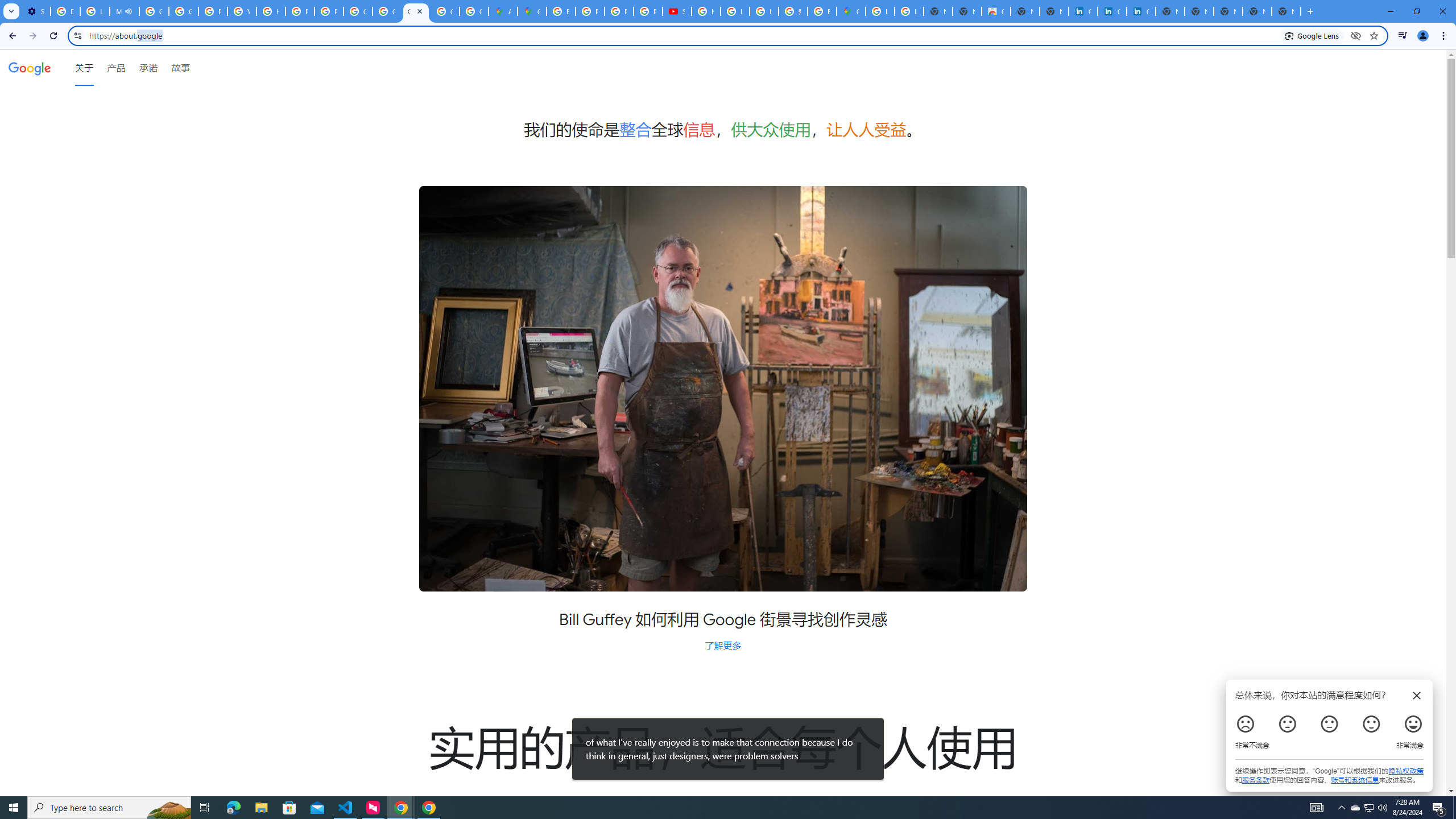 The image size is (1456, 819). I want to click on 'Privacy Help Center - Policies Help', so click(590, 11).